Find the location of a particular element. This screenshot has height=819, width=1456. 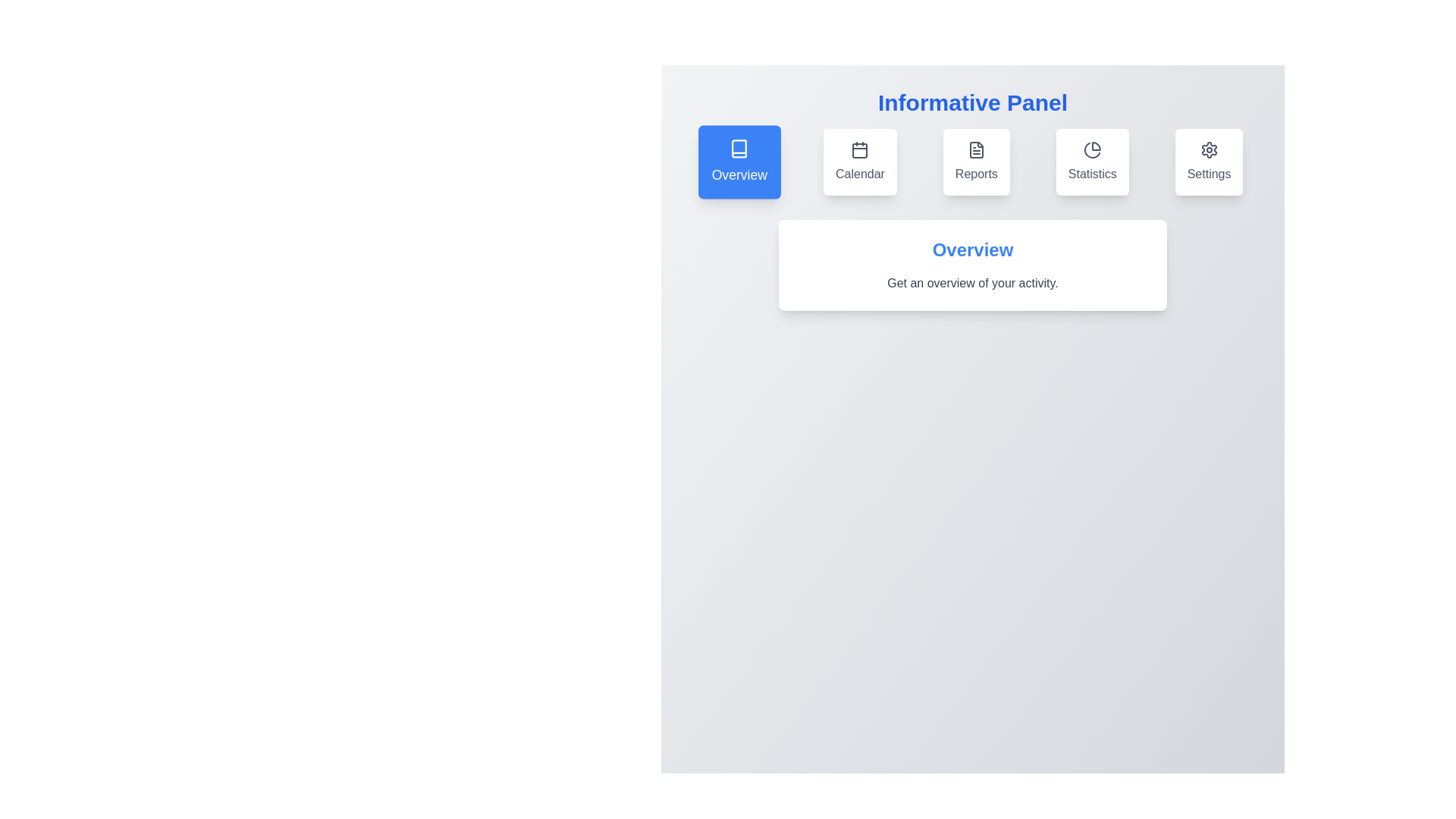

the 'Calendar' button, which is a rectangular button with a white background, a calendar icon, and the label 'Calendar' below it, located in the second position from the left in a horizontal menu bar is located at coordinates (860, 162).